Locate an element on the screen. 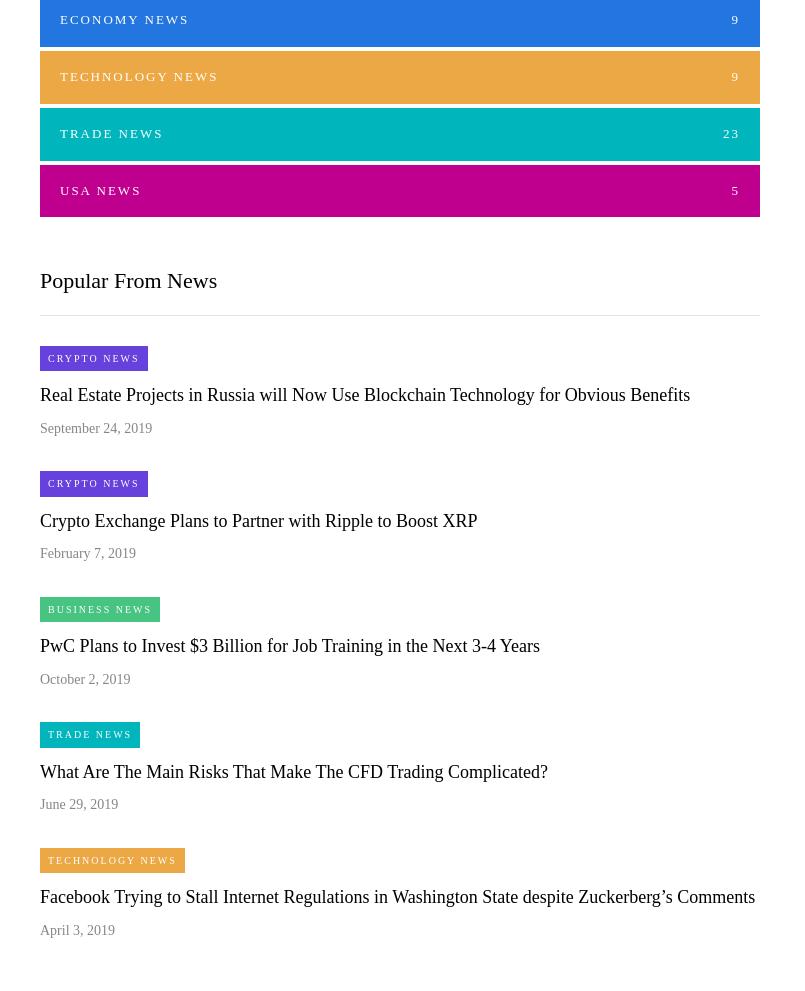  'Popular From News' is located at coordinates (128, 279).